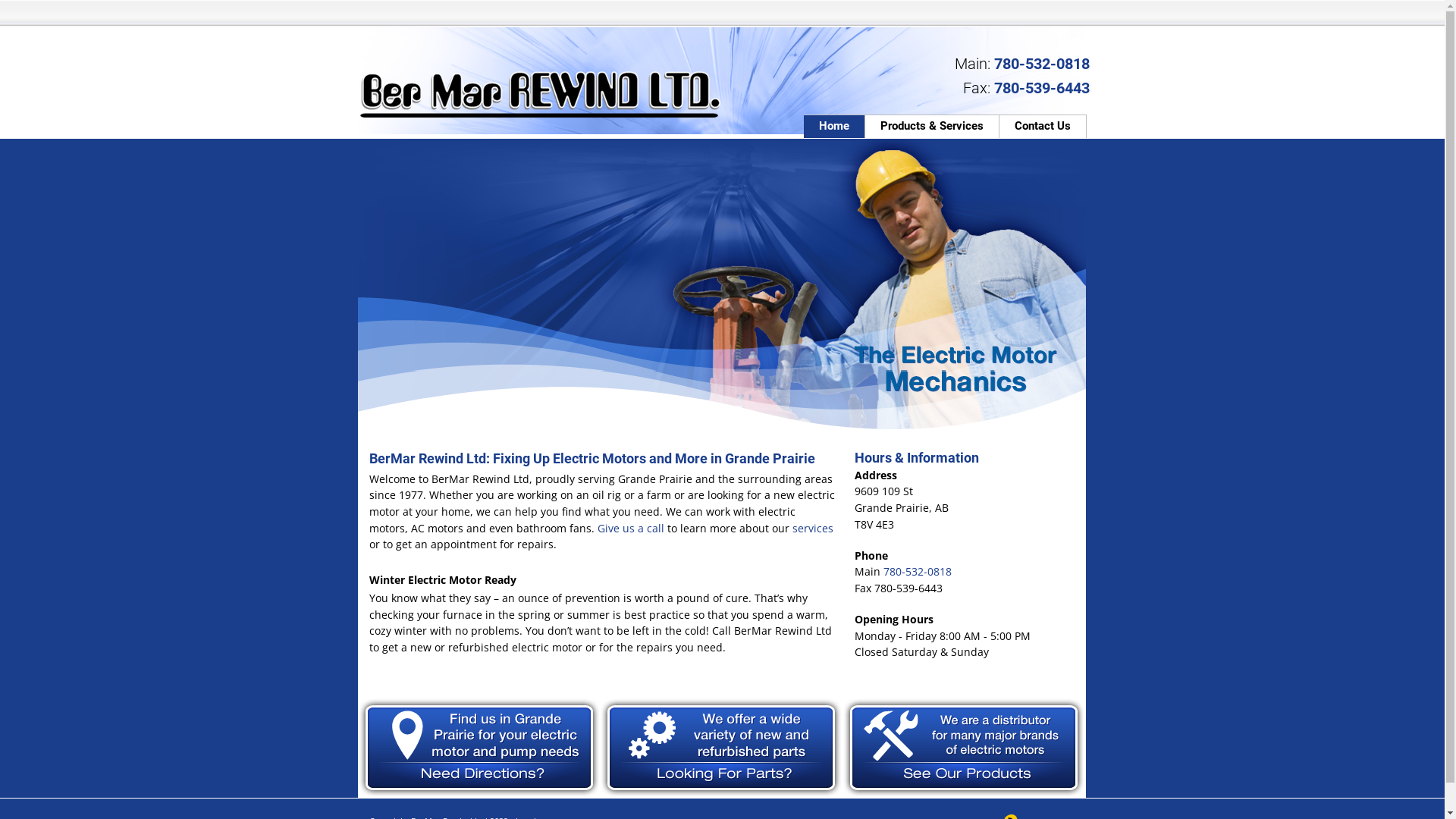 This screenshot has width=1456, height=819. I want to click on 'Give us a call', so click(629, 527).